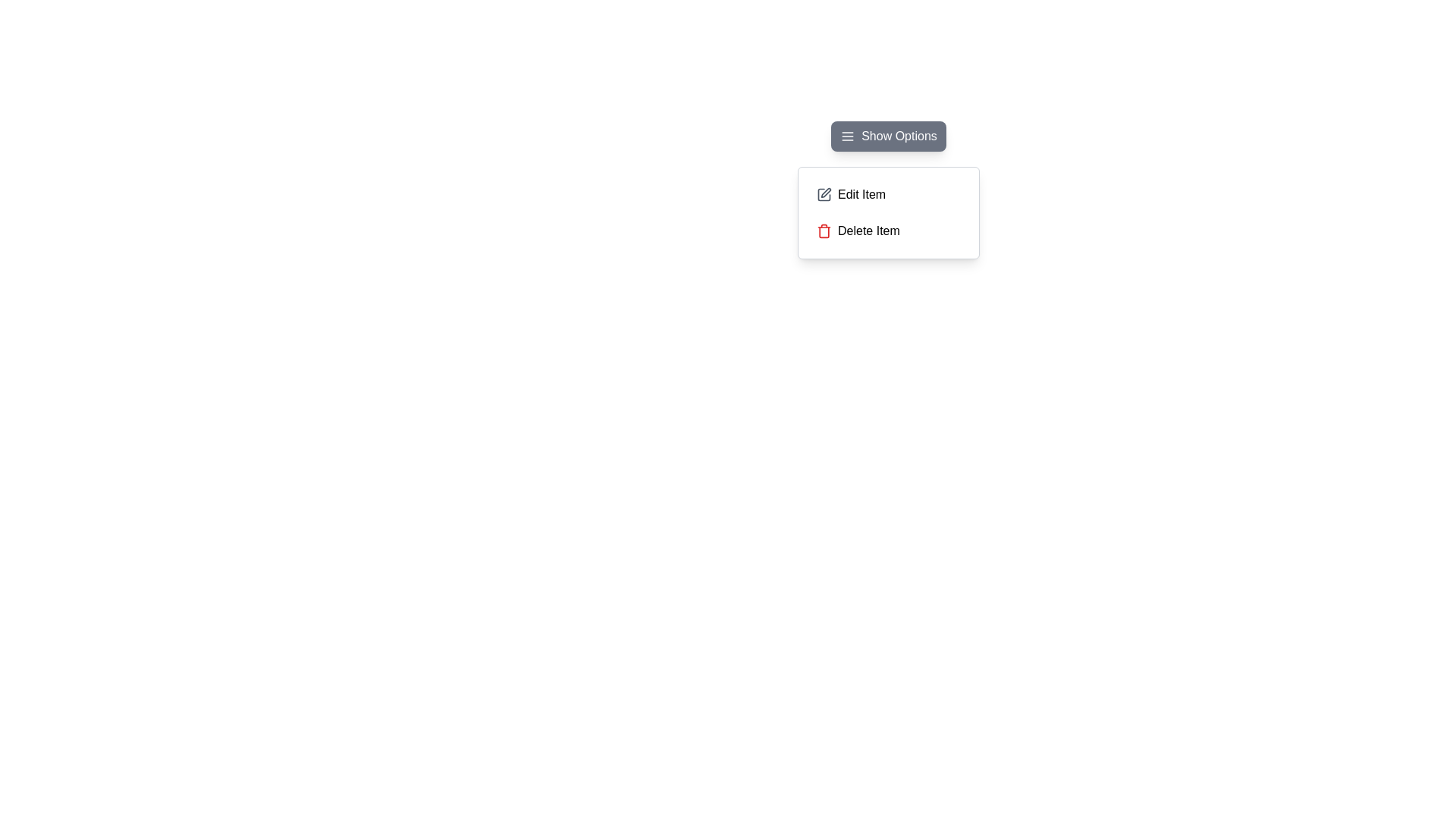  Describe the element at coordinates (823, 231) in the screenshot. I see `the delete icon, which is the first item in the 'Delete Item' dropdown list below the 'Show Options' button` at that location.